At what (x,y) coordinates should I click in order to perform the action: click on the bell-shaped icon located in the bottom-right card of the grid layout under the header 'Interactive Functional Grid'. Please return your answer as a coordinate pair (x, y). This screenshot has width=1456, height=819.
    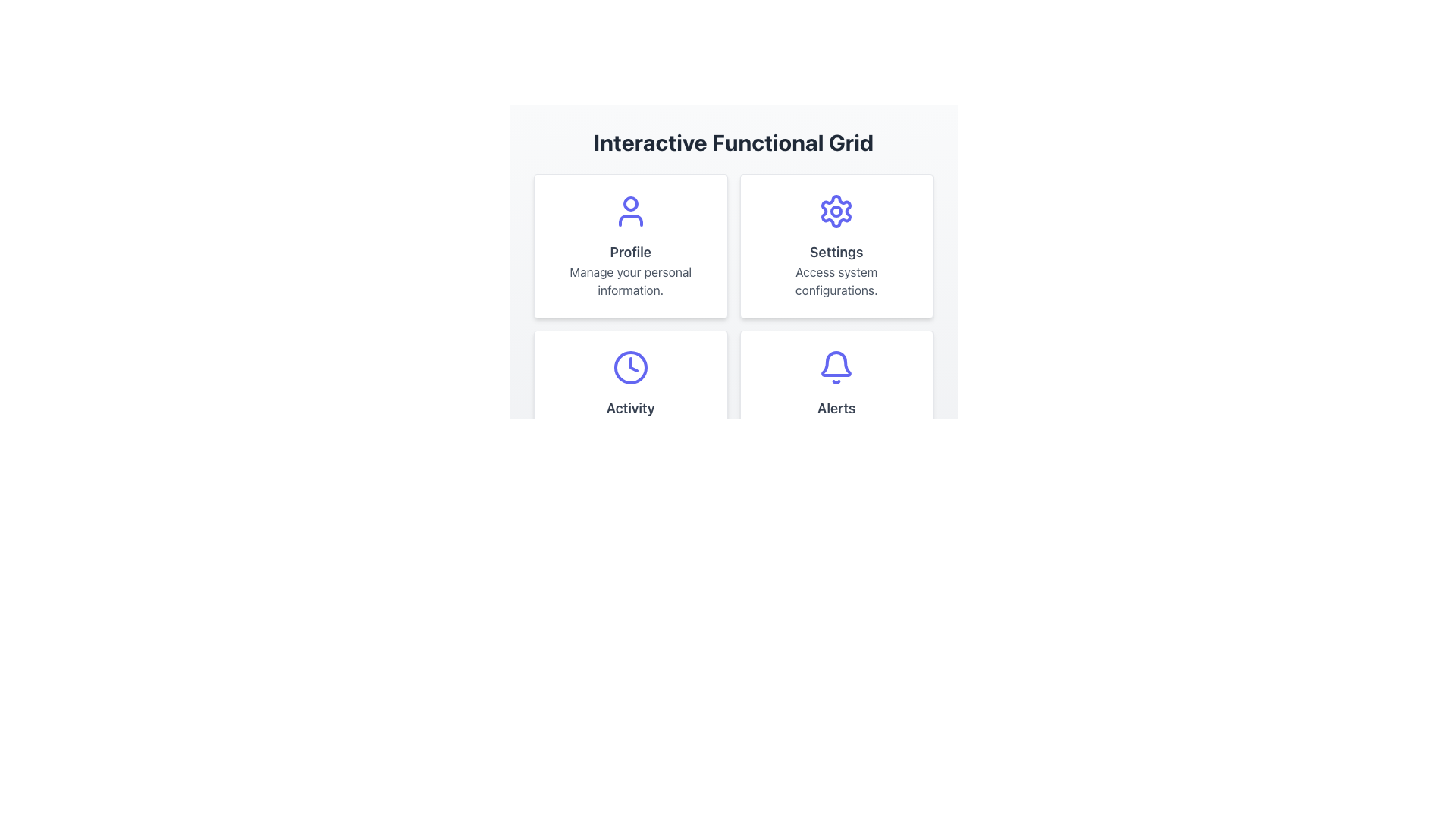
    Looking at the image, I should click on (836, 363).